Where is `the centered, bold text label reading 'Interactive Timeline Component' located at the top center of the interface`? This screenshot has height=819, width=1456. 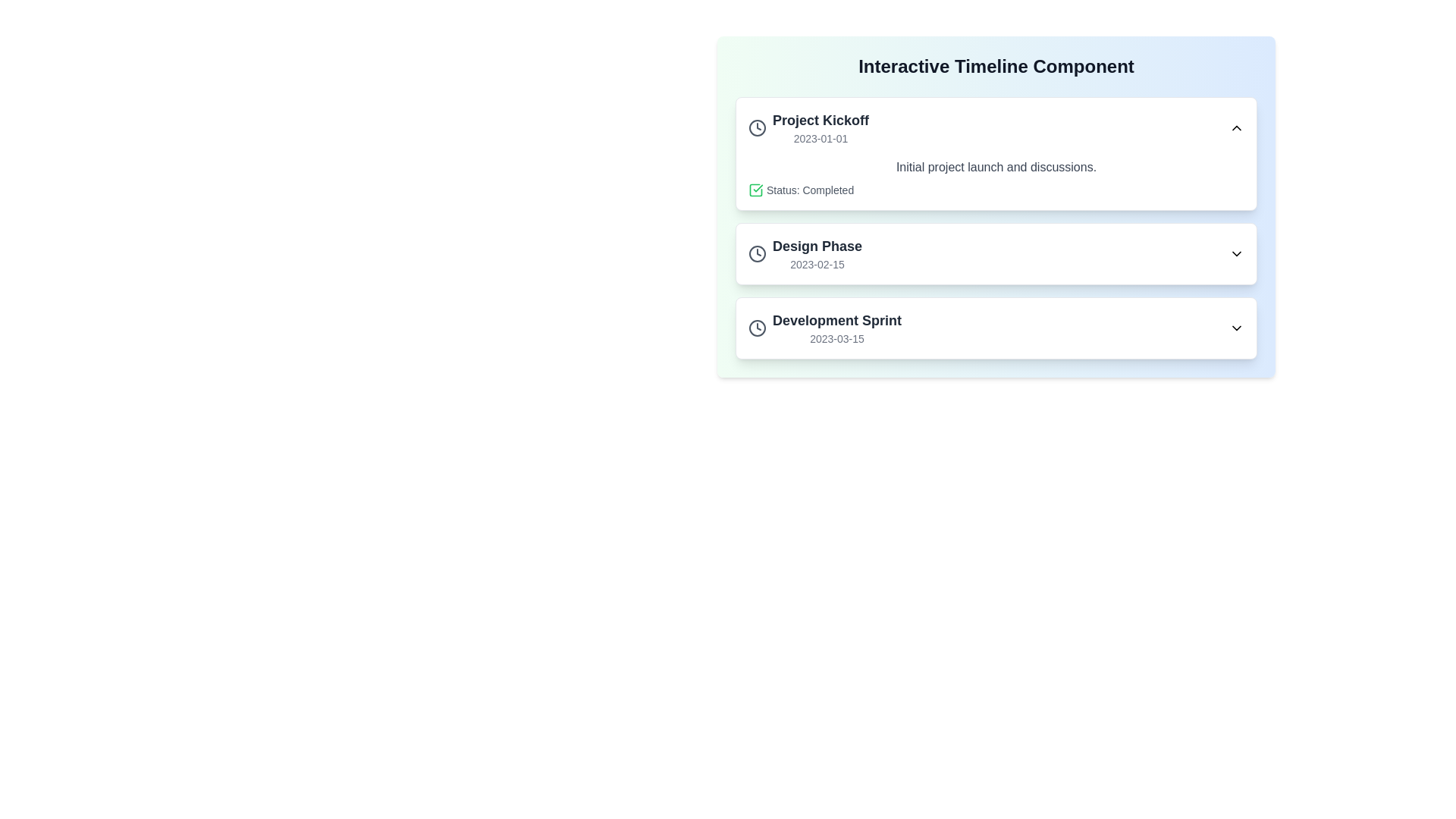
the centered, bold text label reading 'Interactive Timeline Component' located at the top center of the interface is located at coordinates (996, 66).